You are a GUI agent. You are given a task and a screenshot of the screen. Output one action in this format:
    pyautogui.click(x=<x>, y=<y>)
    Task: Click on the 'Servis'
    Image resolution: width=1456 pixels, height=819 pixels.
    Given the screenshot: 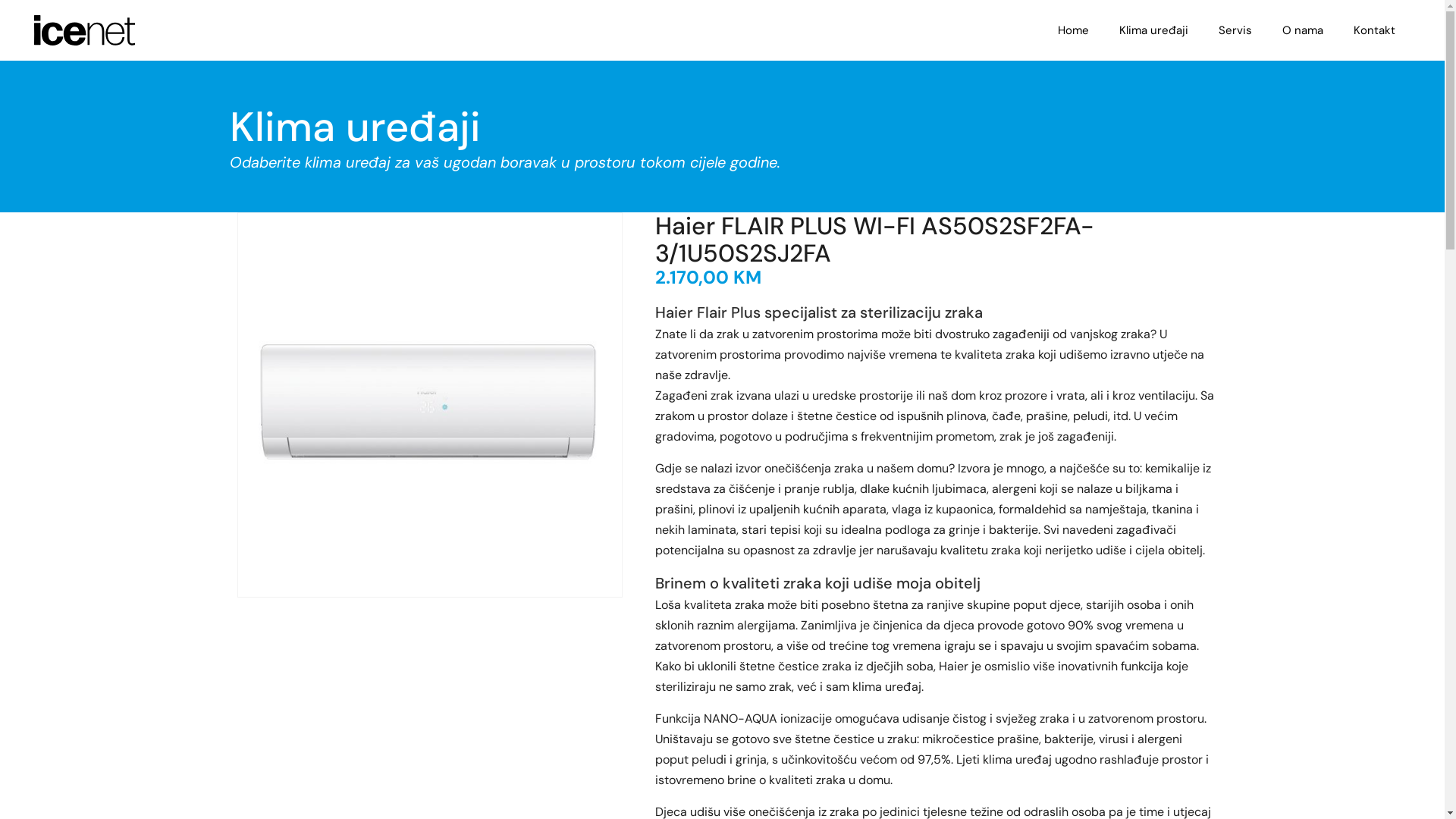 What is the action you would take?
    pyautogui.click(x=1235, y=30)
    